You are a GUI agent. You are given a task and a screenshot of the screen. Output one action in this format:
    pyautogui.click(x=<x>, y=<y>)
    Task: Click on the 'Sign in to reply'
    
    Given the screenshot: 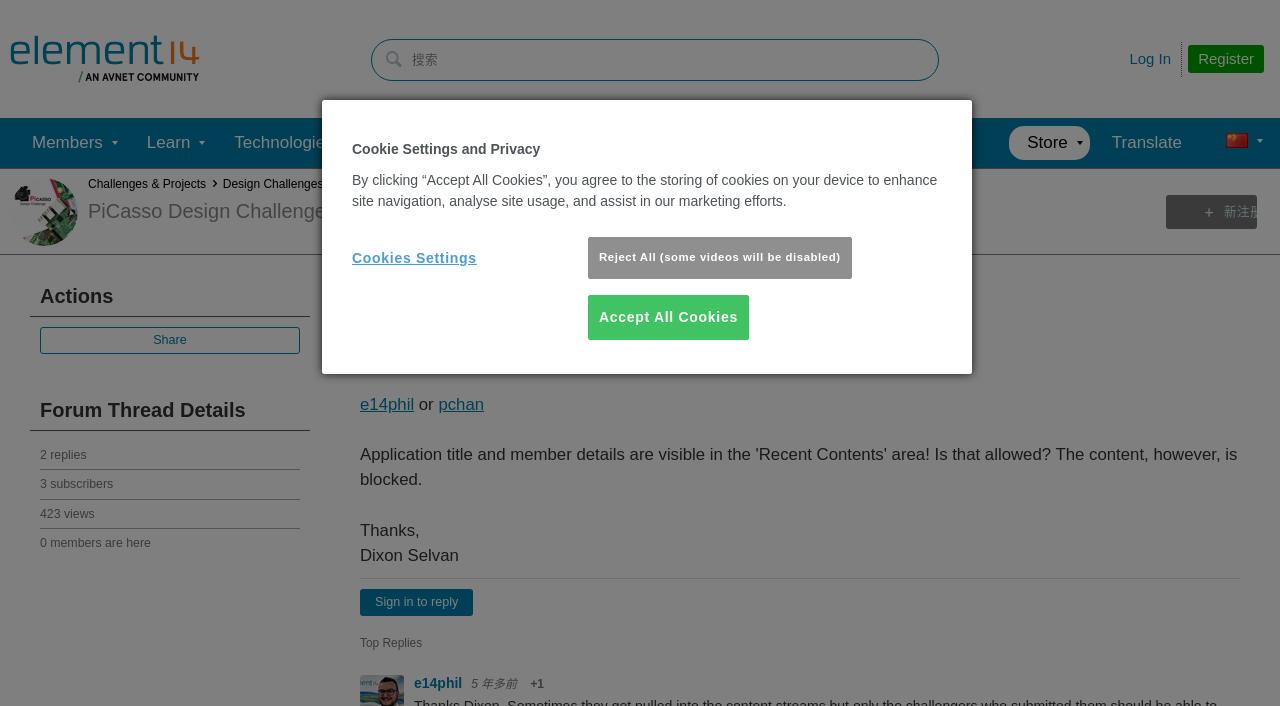 What is the action you would take?
    pyautogui.click(x=375, y=600)
    